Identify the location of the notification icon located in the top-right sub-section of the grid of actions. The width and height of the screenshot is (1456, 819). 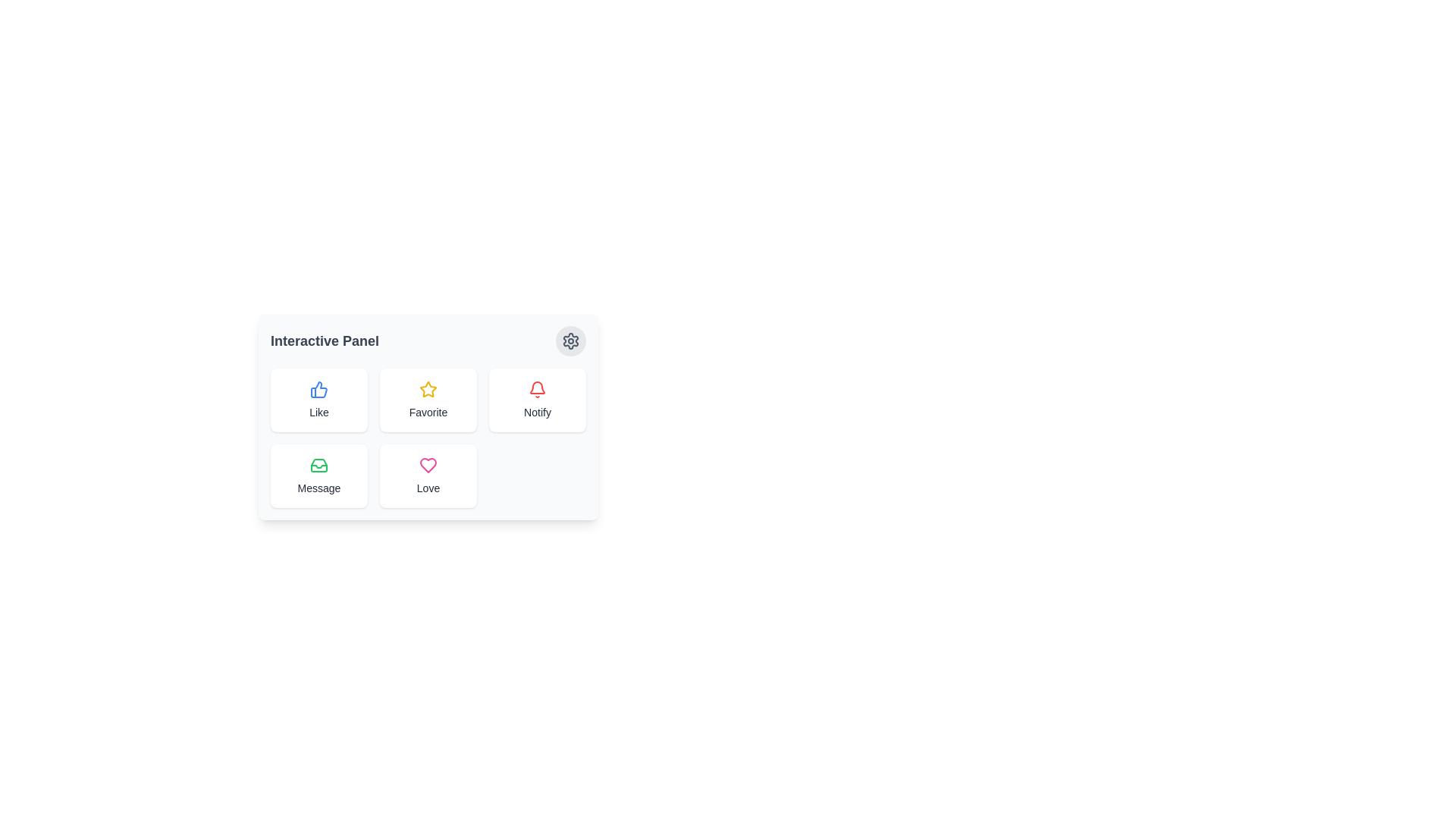
(538, 388).